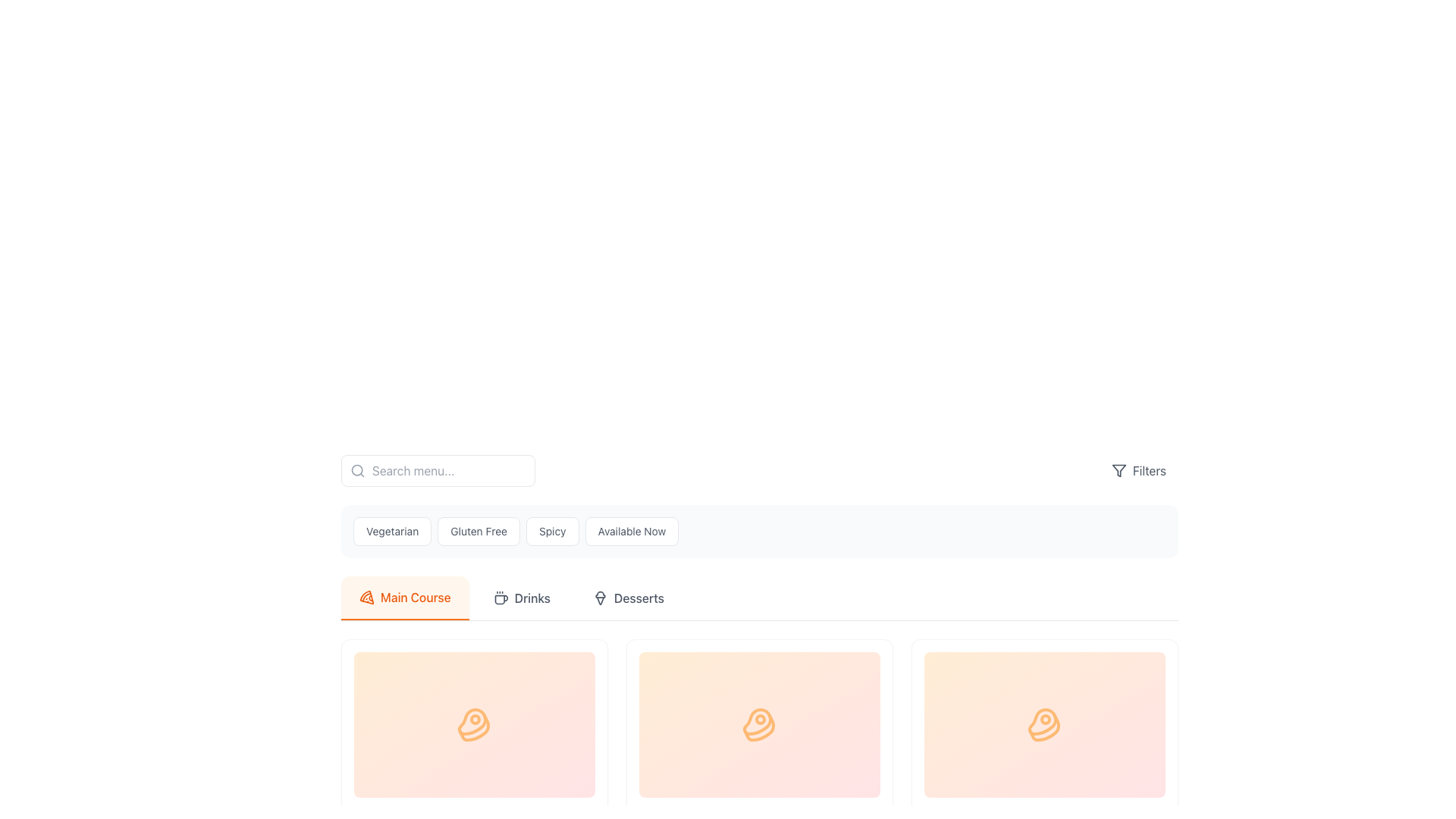  What do you see at coordinates (392, 531) in the screenshot?
I see `the 'Vegetarian' filter button located in the upper-middle portion of the interface` at bounding box center [392, 531].